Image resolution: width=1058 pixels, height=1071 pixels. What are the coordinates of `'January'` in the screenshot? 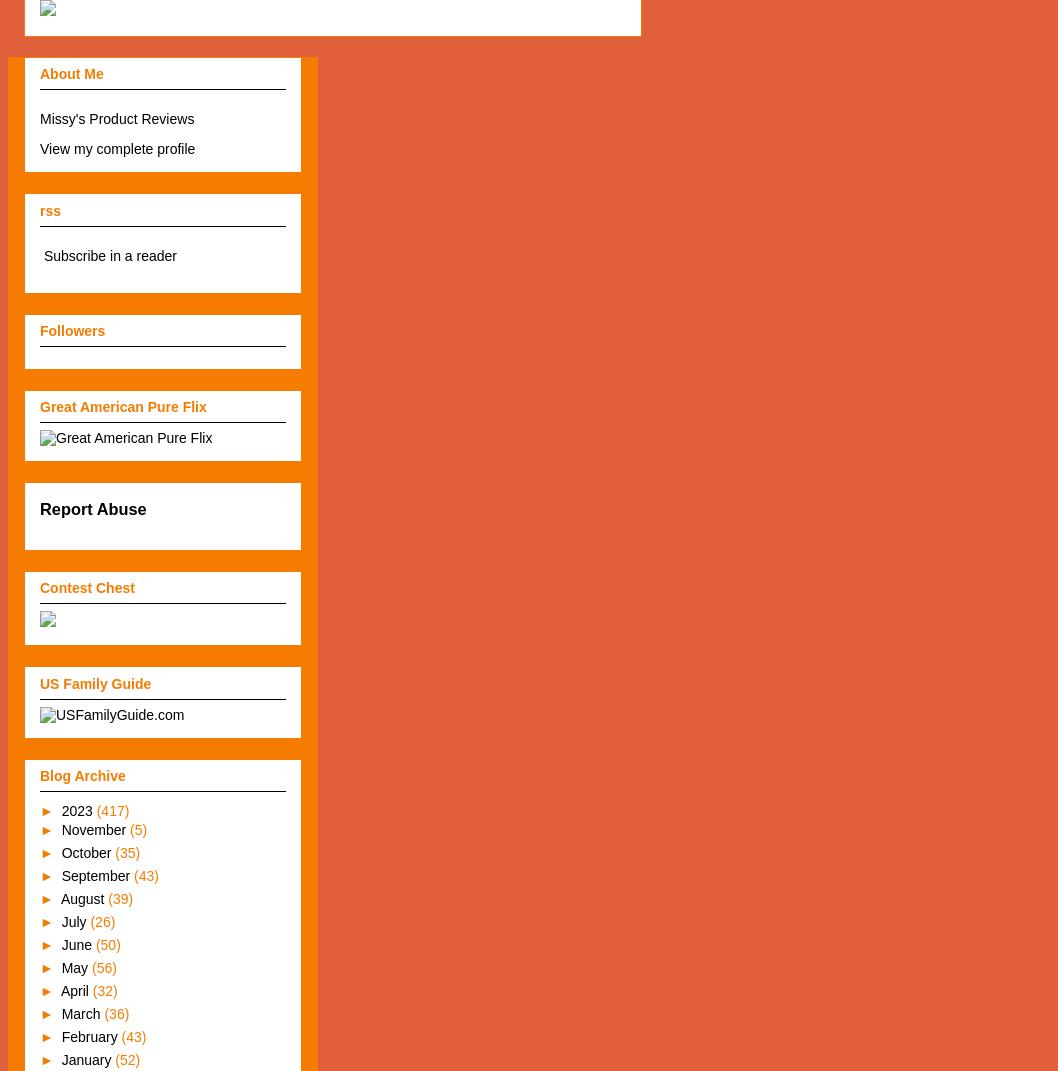 It's located at (88, 1059).